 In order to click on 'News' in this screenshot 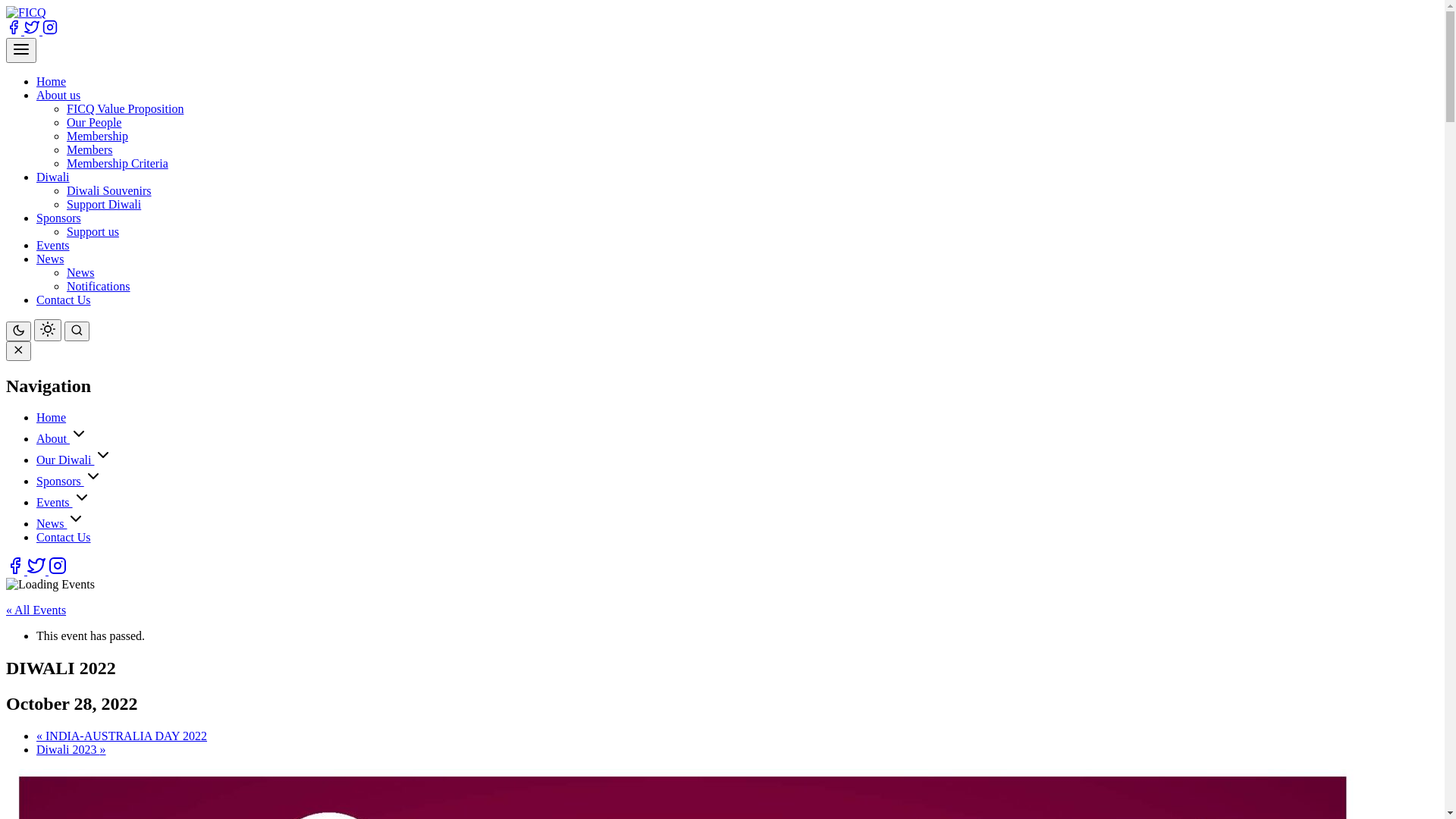, I will do `click(79, 271)`.